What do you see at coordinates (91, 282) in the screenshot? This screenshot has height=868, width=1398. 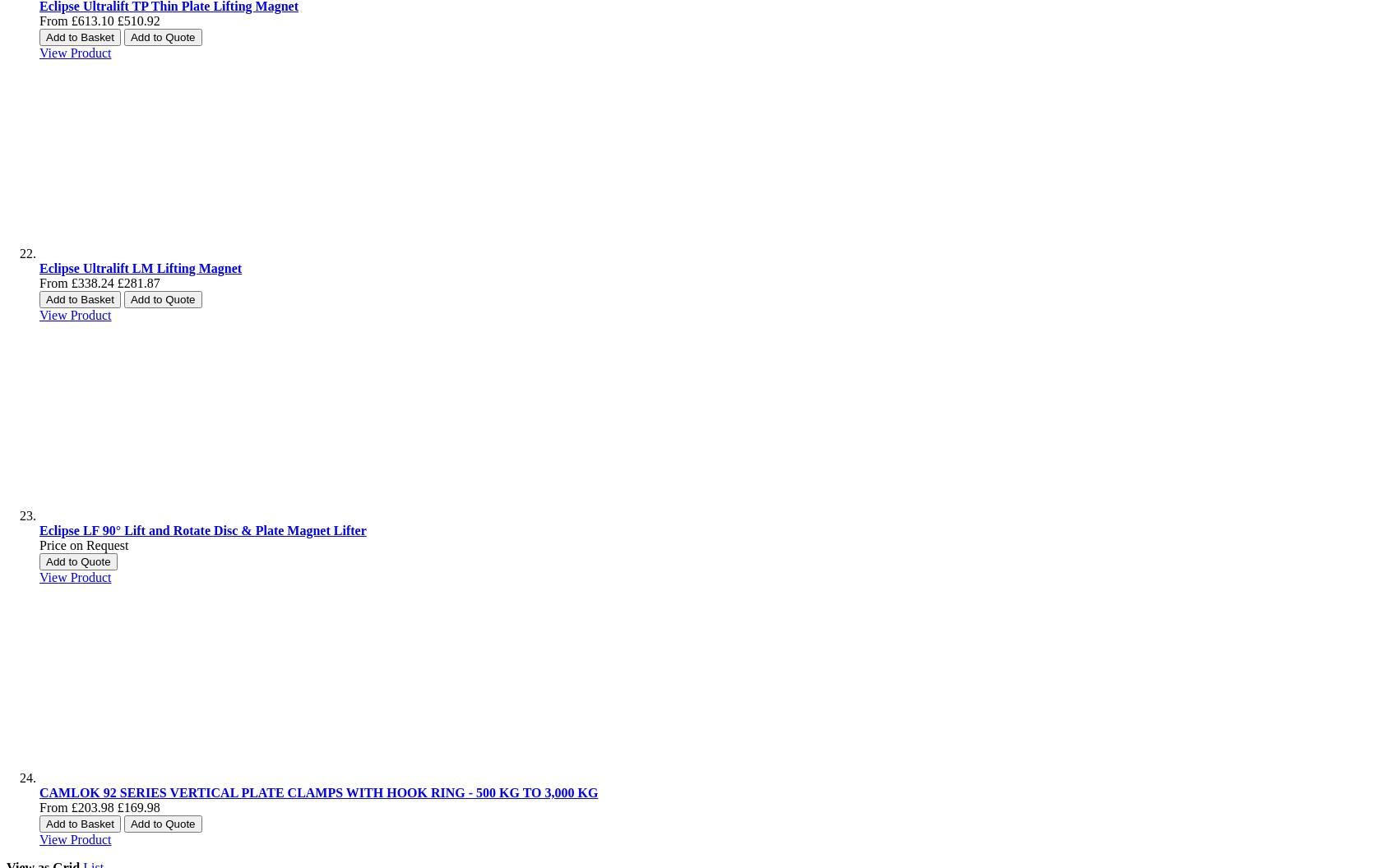 I see `'£338.24'` at bounding box center [91, 282].